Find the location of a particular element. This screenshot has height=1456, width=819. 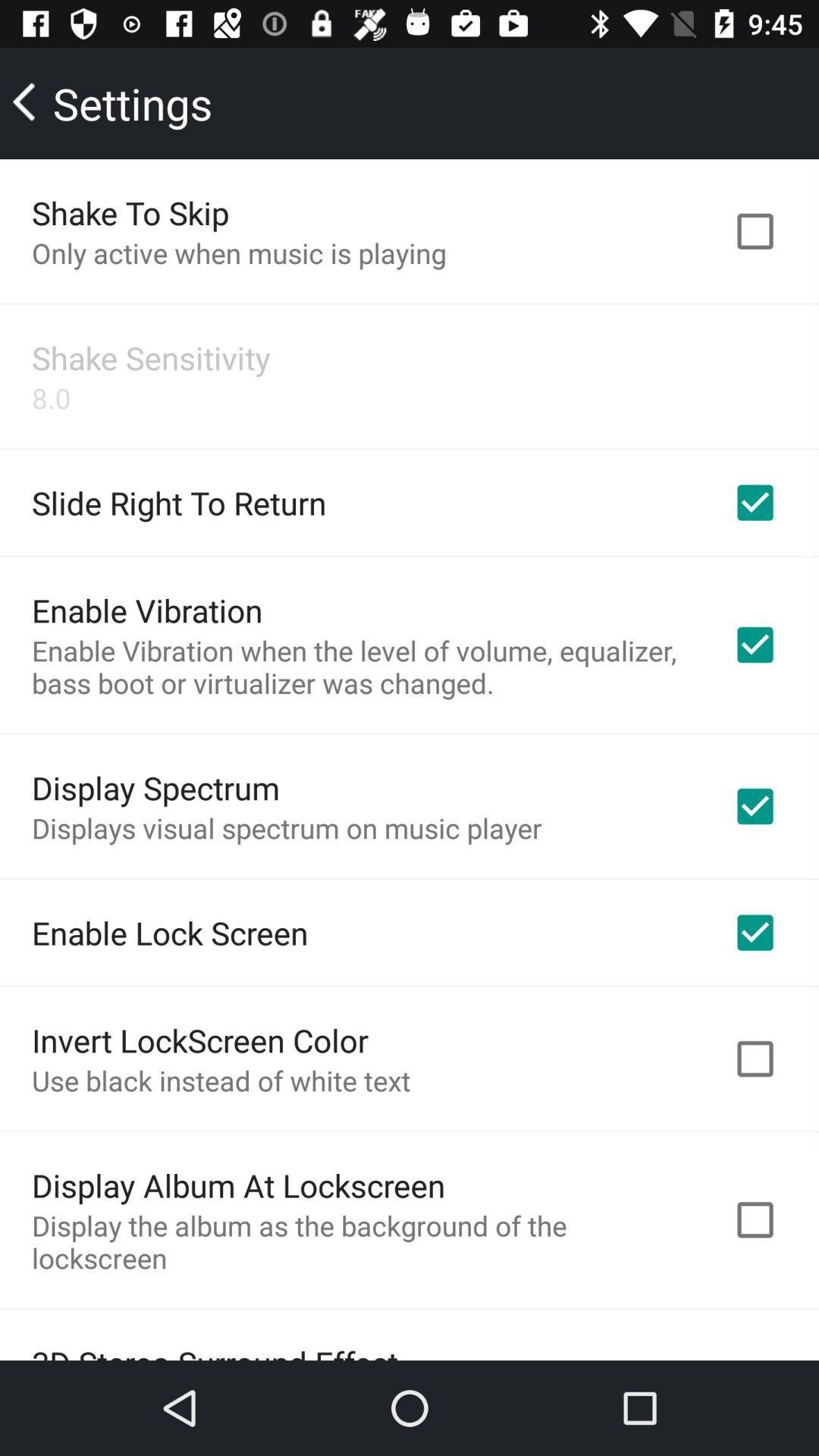

use black instead app is located at coordinates (221, 1080).